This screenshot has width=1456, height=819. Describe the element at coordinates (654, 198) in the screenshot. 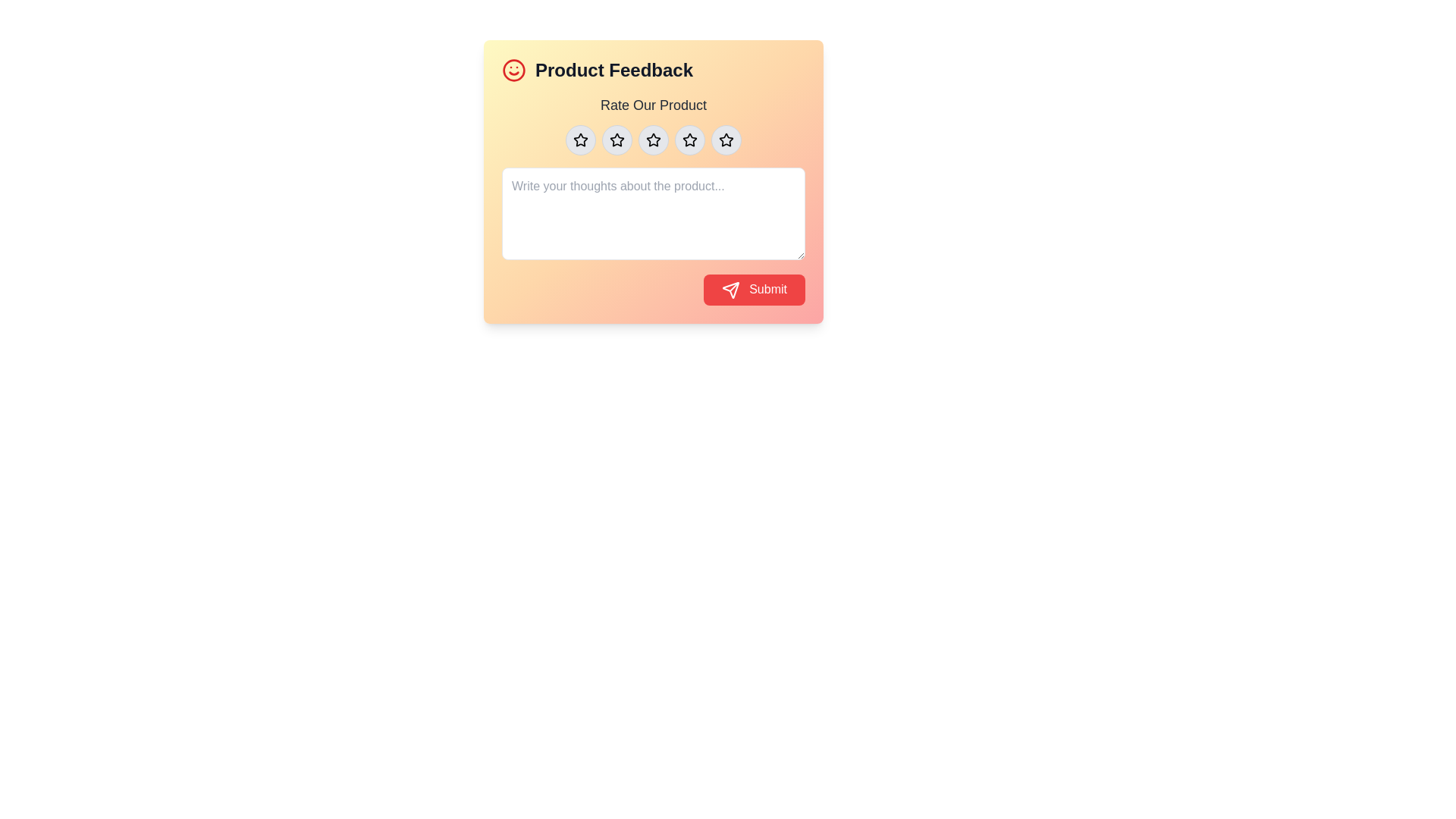

I see `the text input field located below the row of five star icons and above the red colored submit button` at that location.